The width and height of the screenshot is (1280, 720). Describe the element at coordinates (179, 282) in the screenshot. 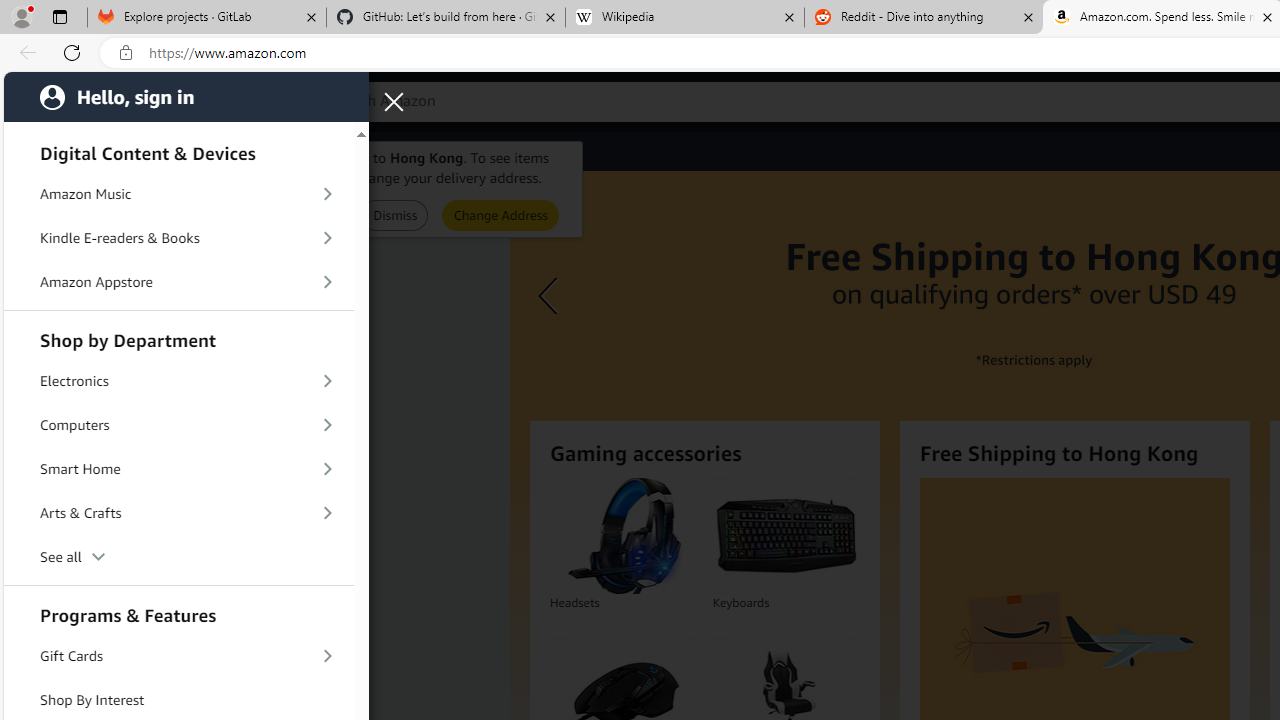

I see `'Amazon Appstore'` at that location.